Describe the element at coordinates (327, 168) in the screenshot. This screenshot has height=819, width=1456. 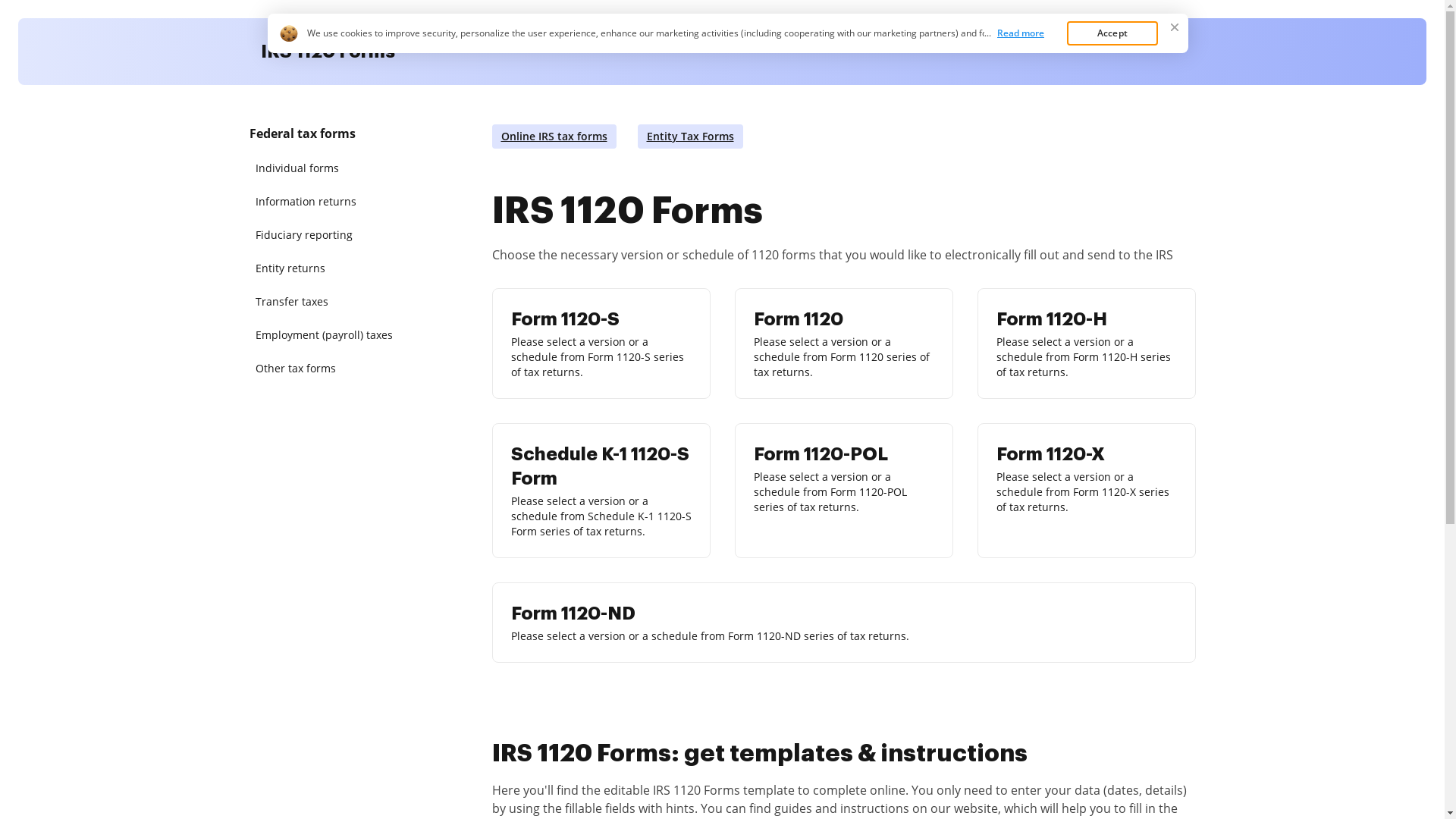
I see `'Individual forms'` at that location.